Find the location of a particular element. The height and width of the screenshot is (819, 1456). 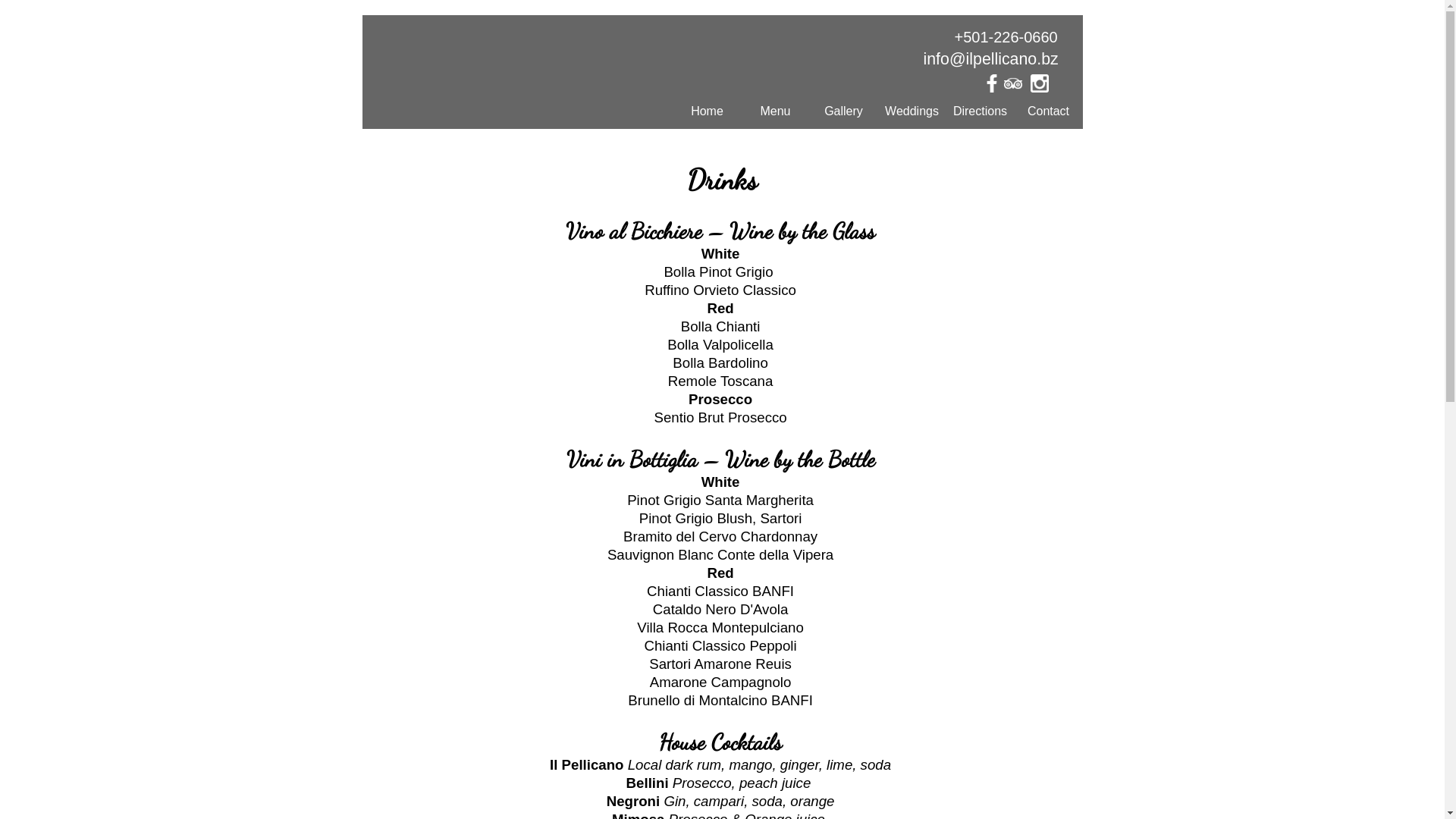

'  ' is located at coordinates (1018, 87).